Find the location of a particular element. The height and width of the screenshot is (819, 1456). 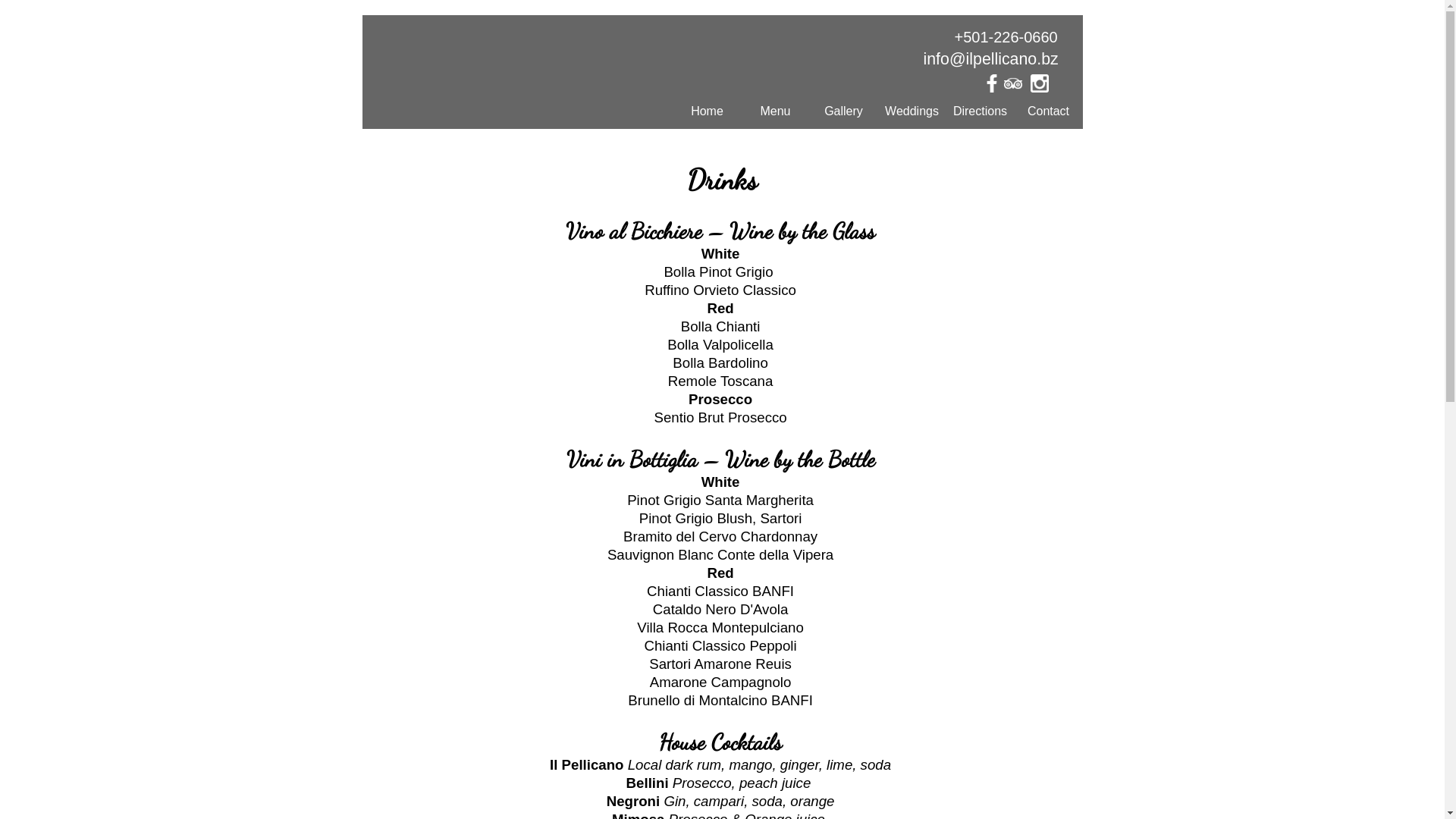

'  ' is located at coordinates (1018, 87).